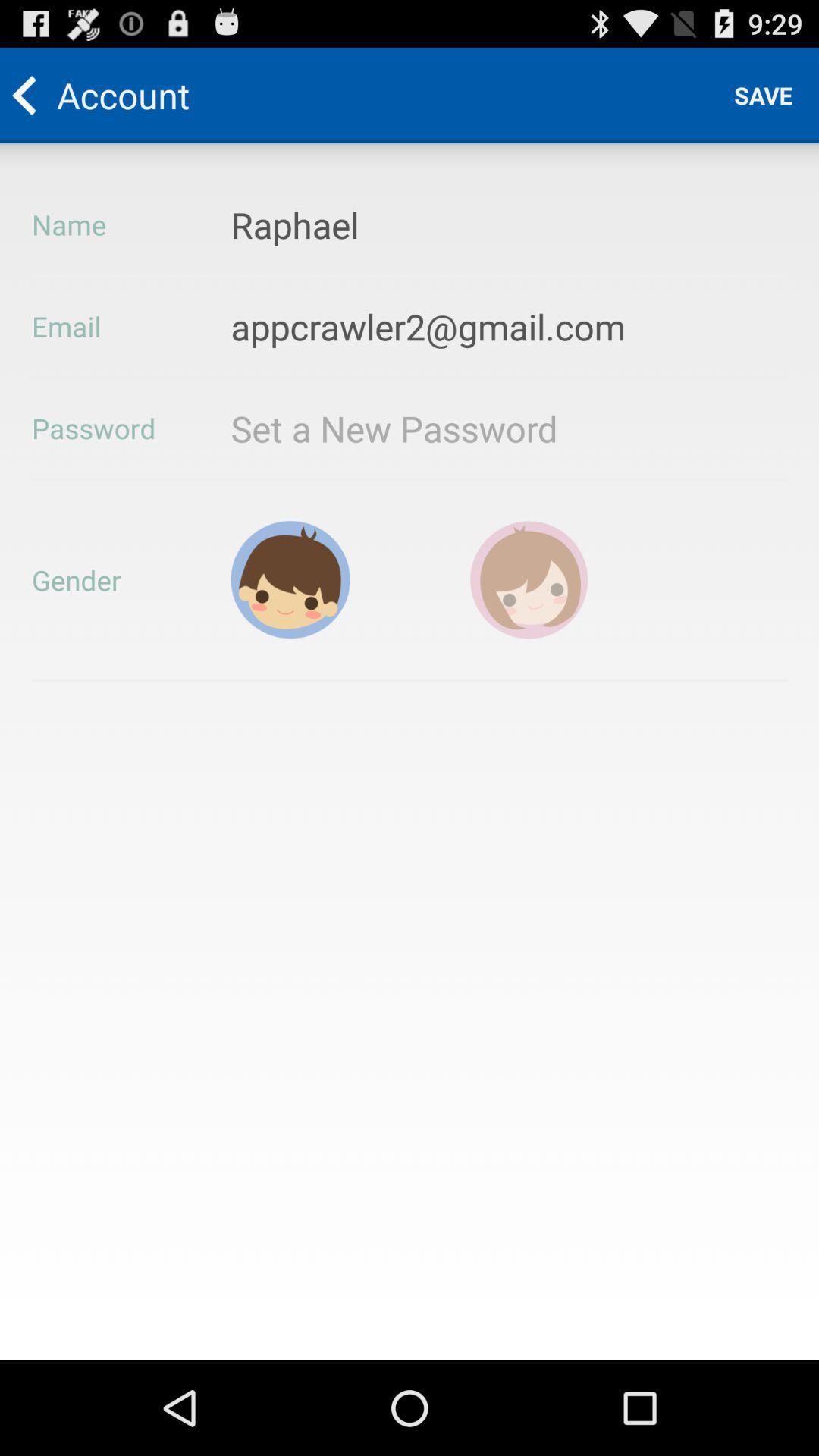 The width and height of the screenshot is (819, 1456). What do you see at coordinates (529, 579) in the screenshot?
I see `choose gender female` at bounding box center [529, 579].